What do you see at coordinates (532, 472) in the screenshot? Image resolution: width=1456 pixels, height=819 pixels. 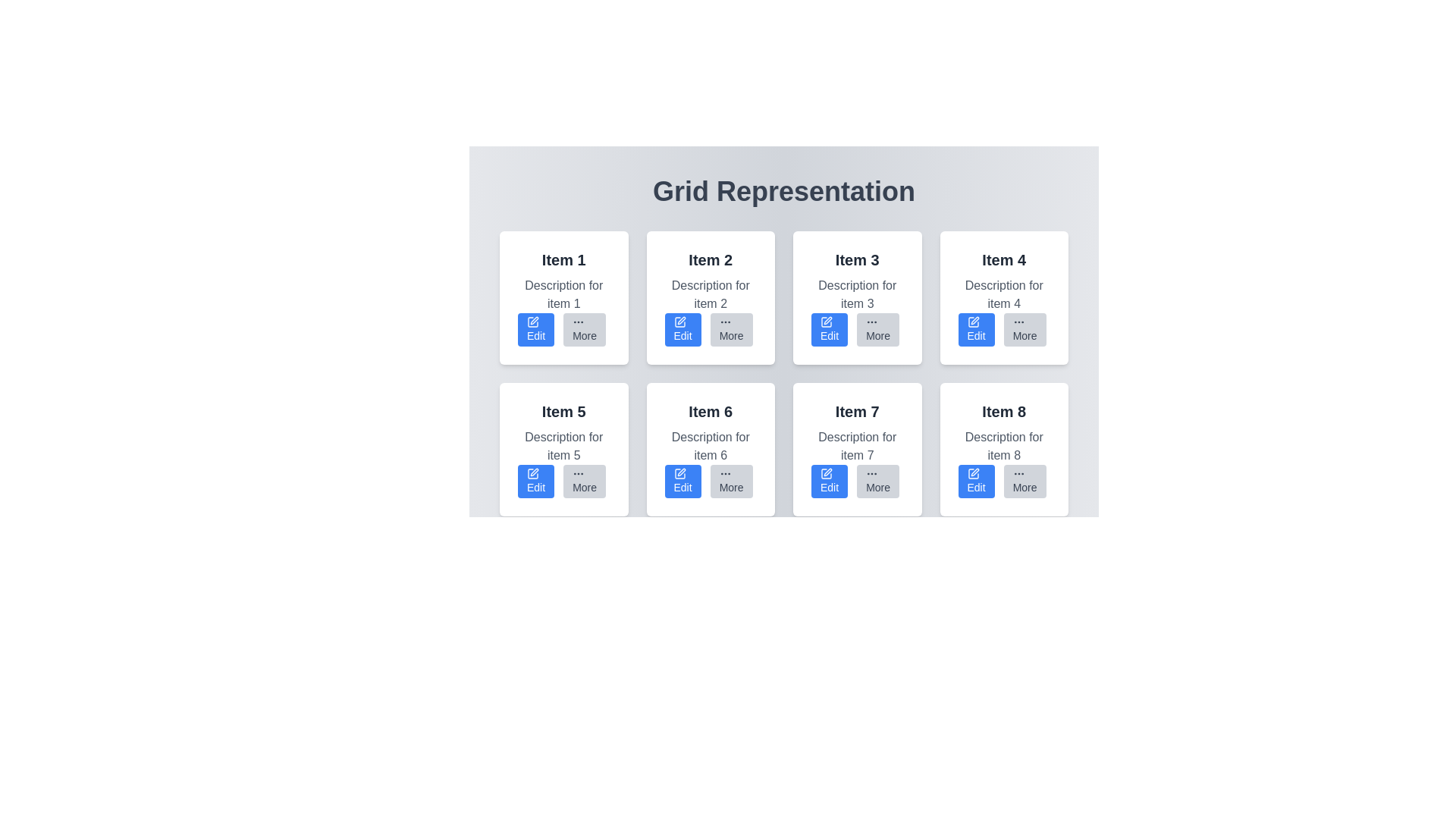 I see `the dark blue icon resembling a square with a pen overlayed, which is embedded within the bright blue 'Edit' button located in the card labeled 'Item 5' in the second row, first column of the grid layout` at bounding box center [532, 472].